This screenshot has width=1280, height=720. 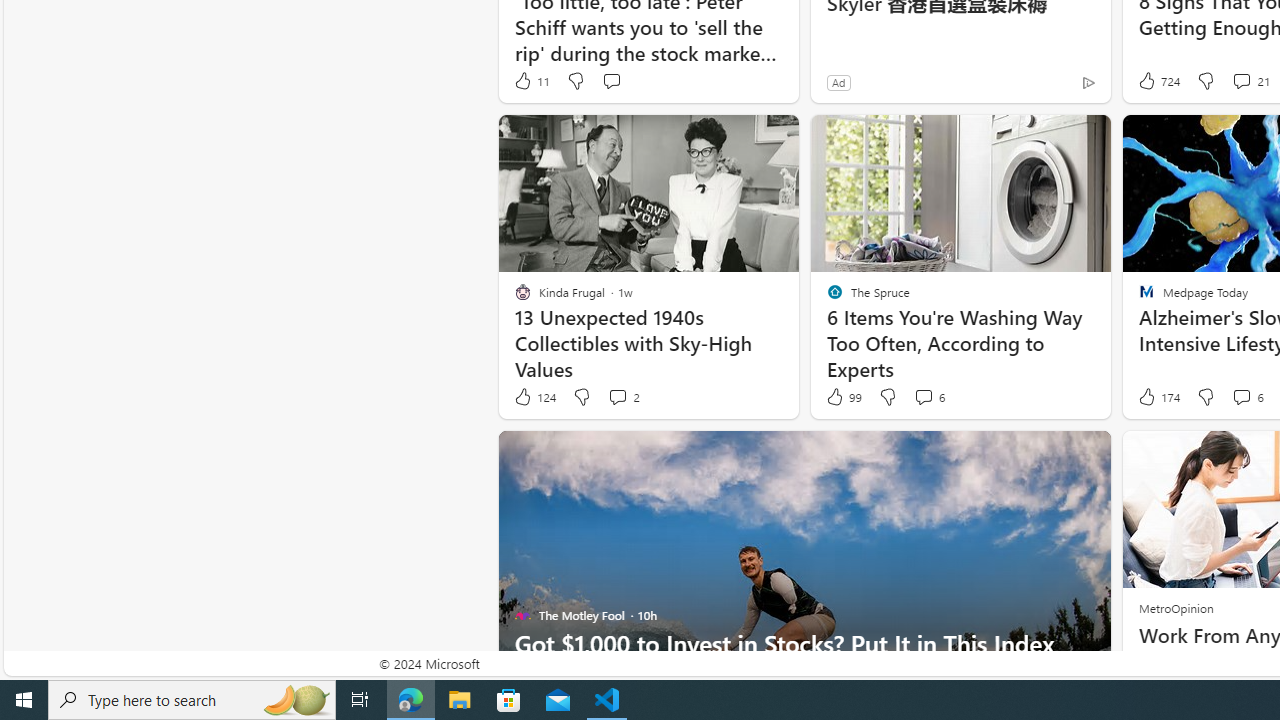 I want to click on '124 Like', so click(x=534, y=397).